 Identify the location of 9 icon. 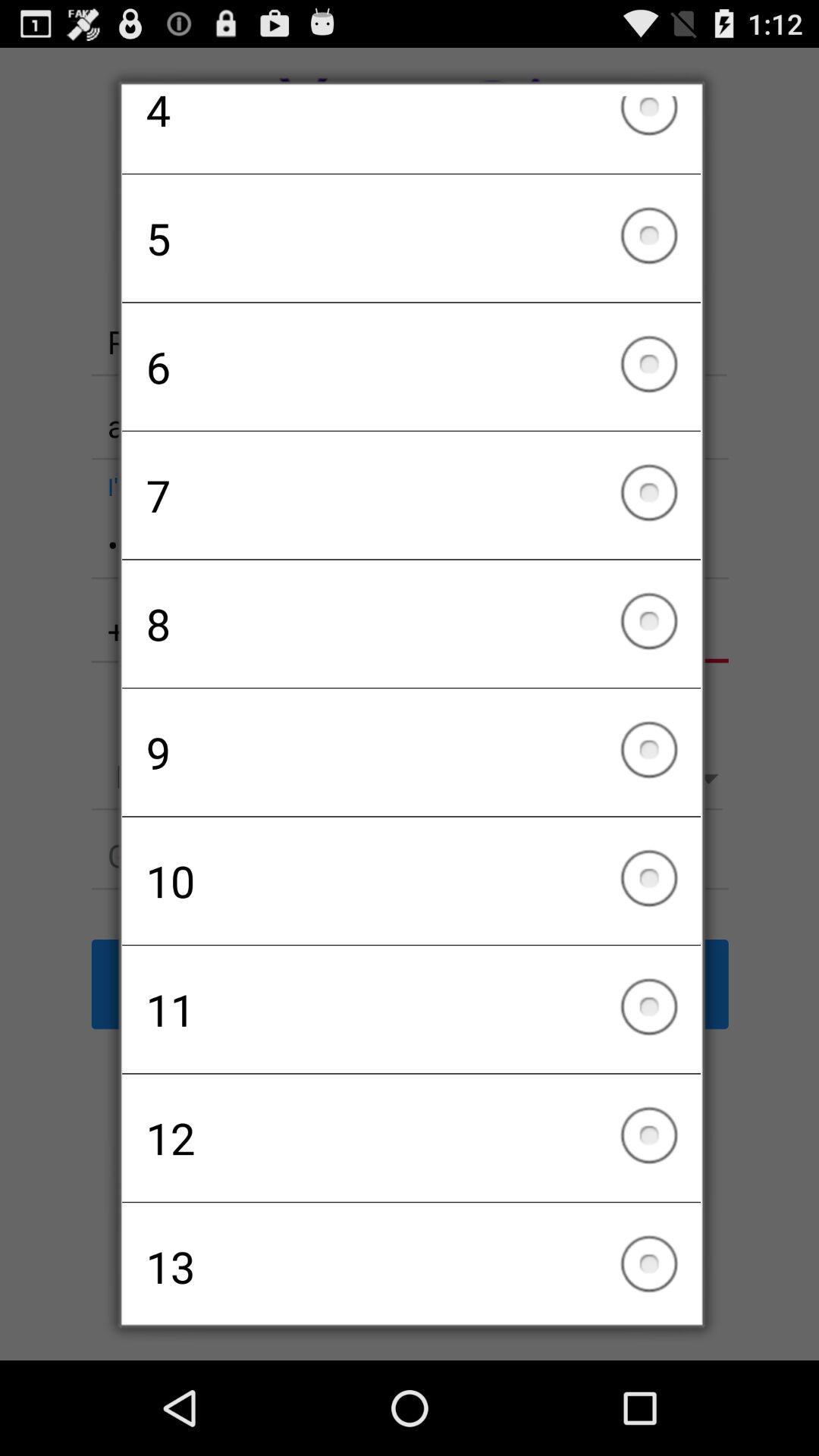
(411, 752).